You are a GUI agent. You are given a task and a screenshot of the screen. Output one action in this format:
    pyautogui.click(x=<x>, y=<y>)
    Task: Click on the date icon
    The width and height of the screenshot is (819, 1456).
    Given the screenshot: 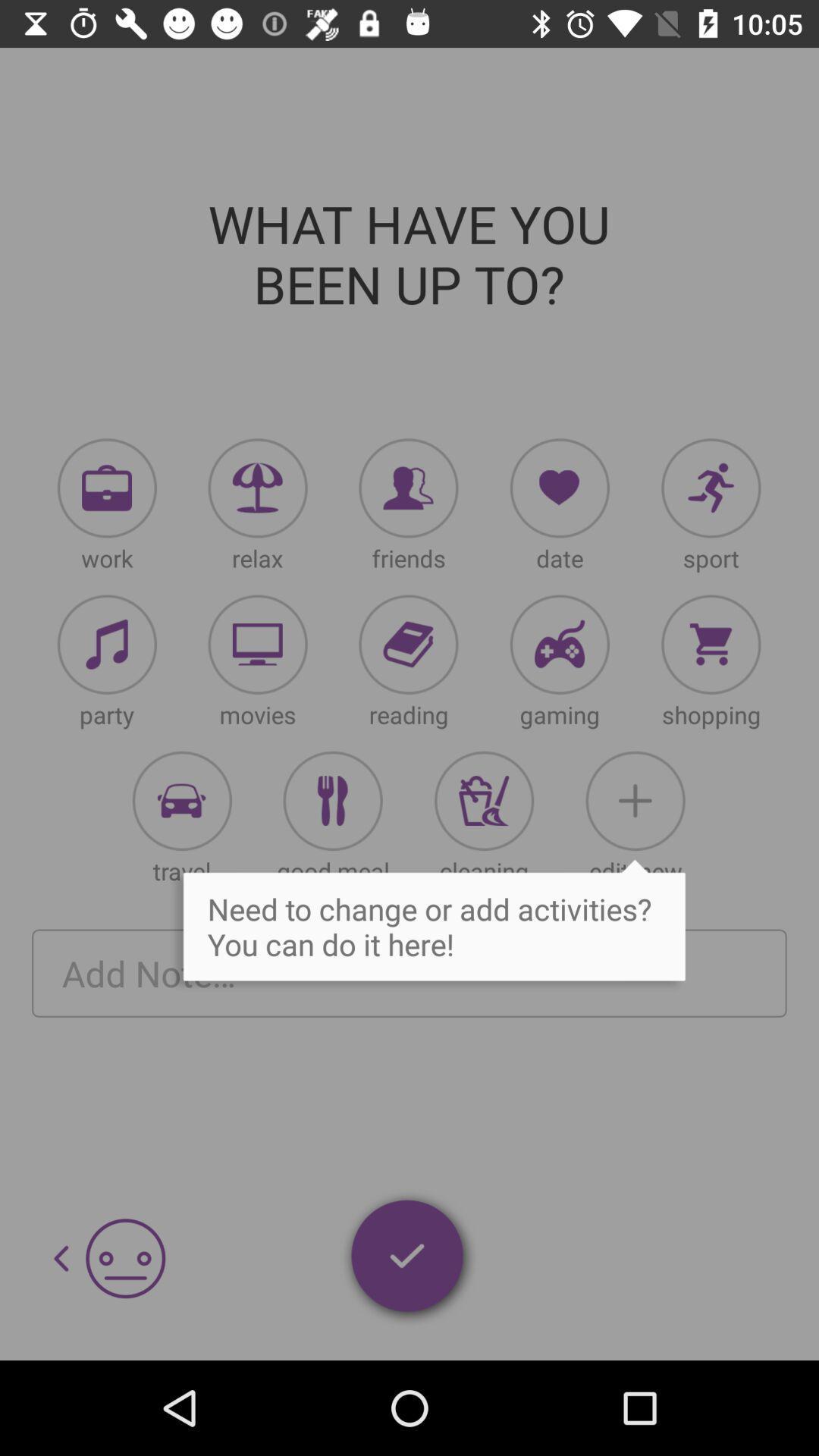 What is the action you would take?
    pyautogui.click(x=560, y=488)
    